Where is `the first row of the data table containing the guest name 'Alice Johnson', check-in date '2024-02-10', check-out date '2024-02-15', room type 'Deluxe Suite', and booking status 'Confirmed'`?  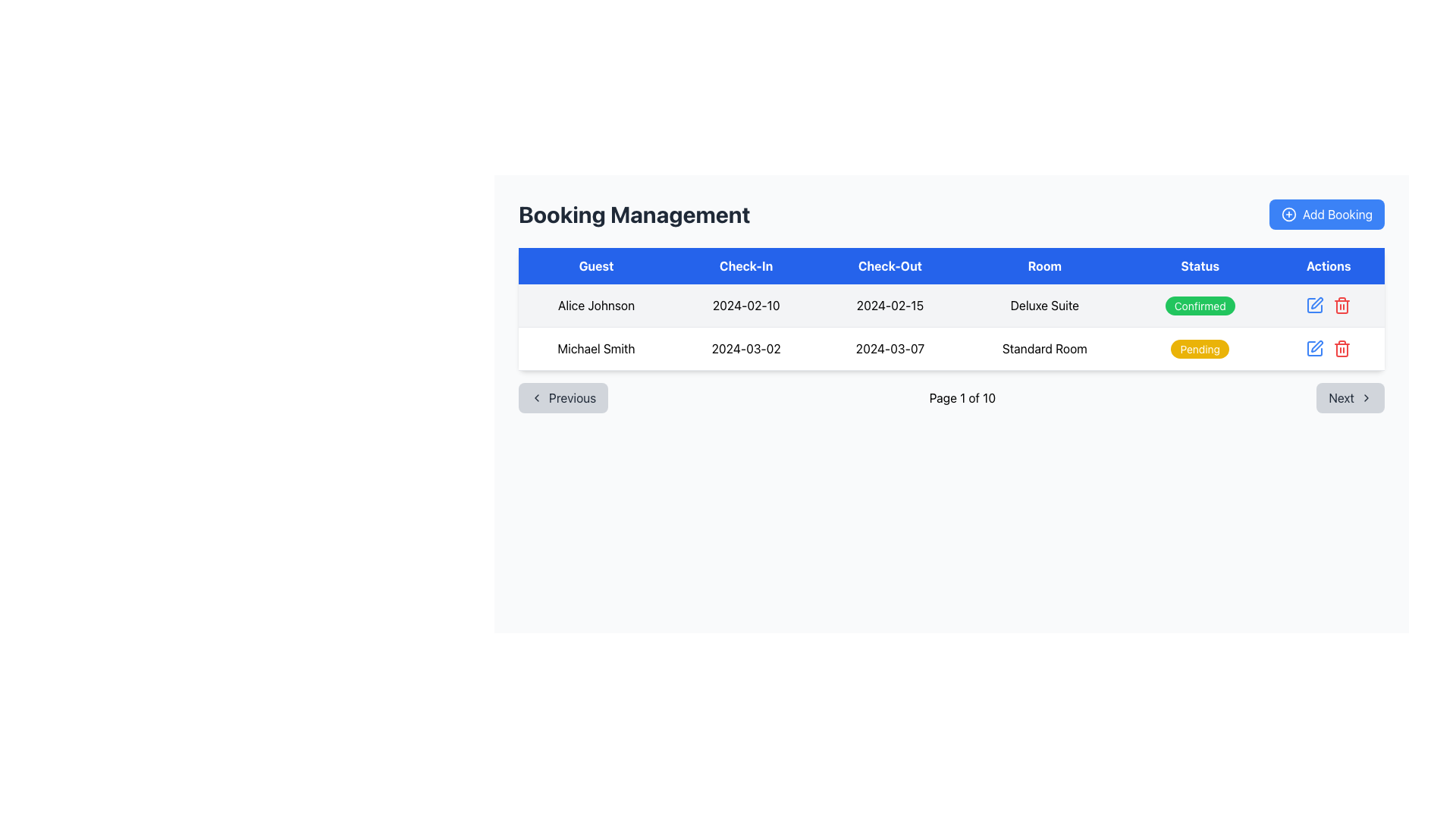 the first row of the data table containing the guest name 'Alice Johnson', check-in date '2024-02-10', check-out date '2024-02-15', room type 'Deluxe Suite', and booking status 'Confirmed' is located at coordinates (950, 305).